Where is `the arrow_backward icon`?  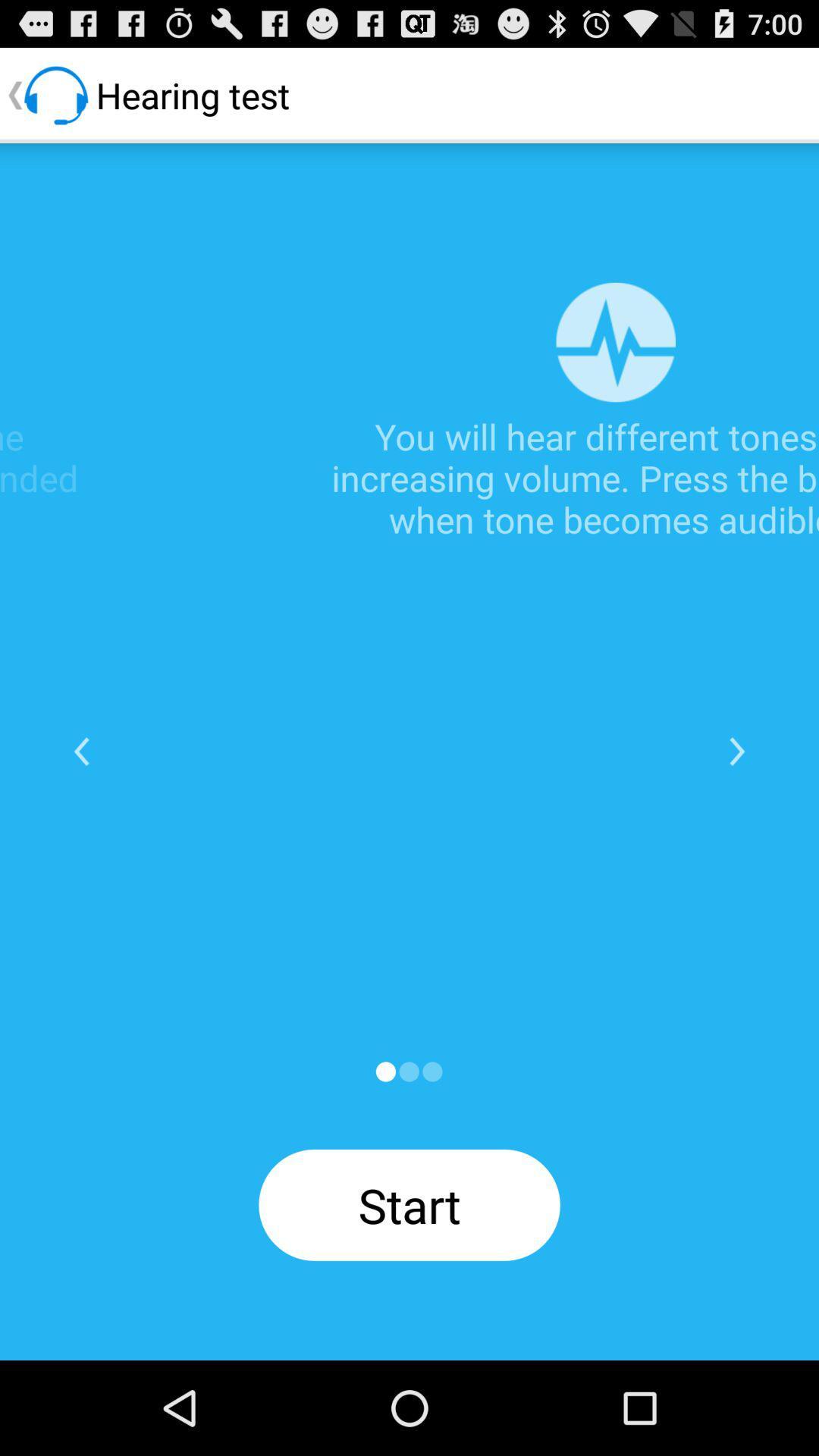 the arrow_backward icon is located at coordinates (81, 803).